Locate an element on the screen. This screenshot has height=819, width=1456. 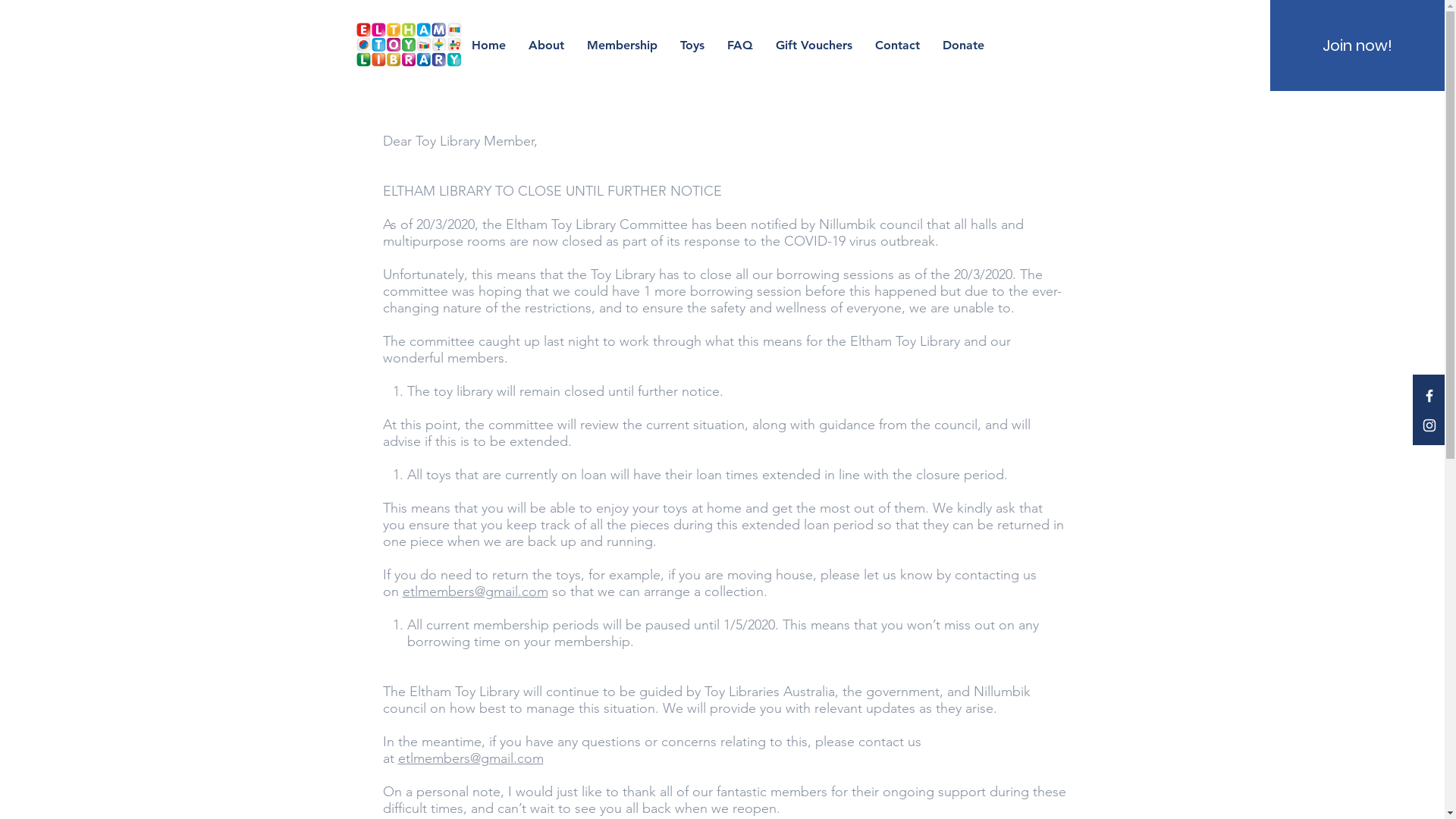
'Contact' is located at coordinates (897, 44).